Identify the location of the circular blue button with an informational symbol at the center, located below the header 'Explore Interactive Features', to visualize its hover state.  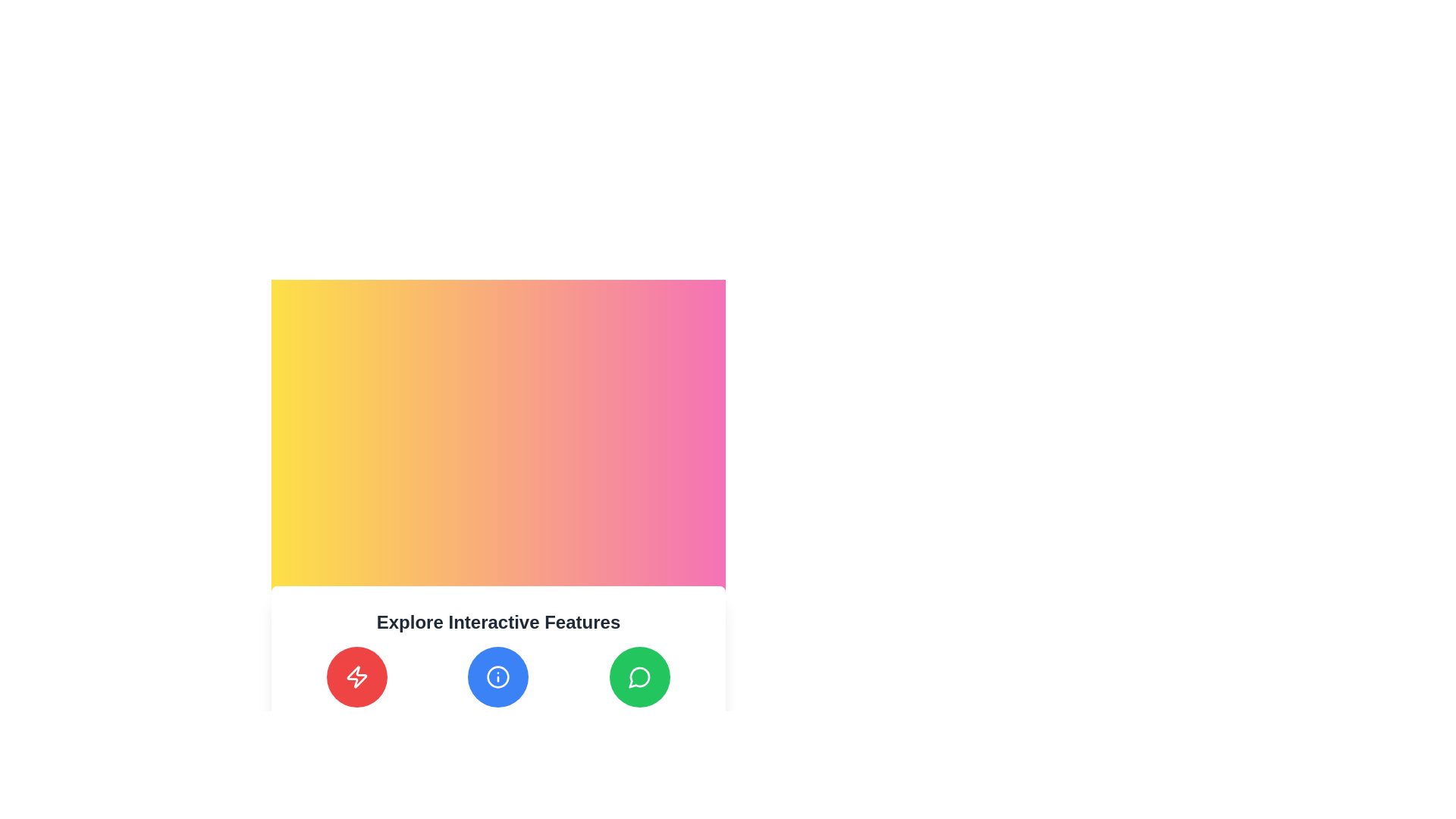
(498, 676).